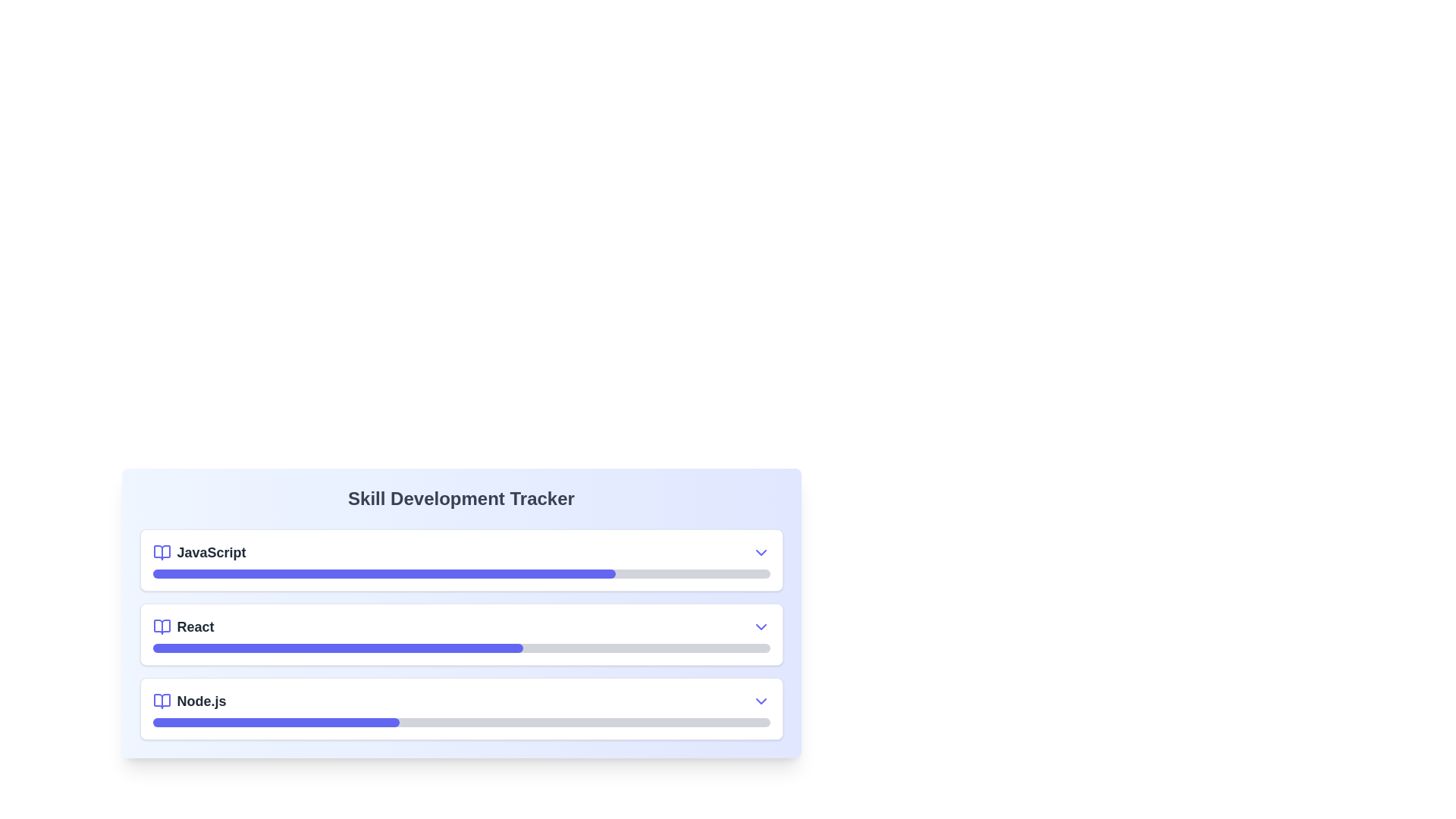 The height and width of the screenshot is (819, 1456). What do you see at coordinates (460, 573) in the screenshot?
I see `the progress bar located below the 'JavaScript' title text in the skill tracker card to update the progress` at bounding box center [460, 573].